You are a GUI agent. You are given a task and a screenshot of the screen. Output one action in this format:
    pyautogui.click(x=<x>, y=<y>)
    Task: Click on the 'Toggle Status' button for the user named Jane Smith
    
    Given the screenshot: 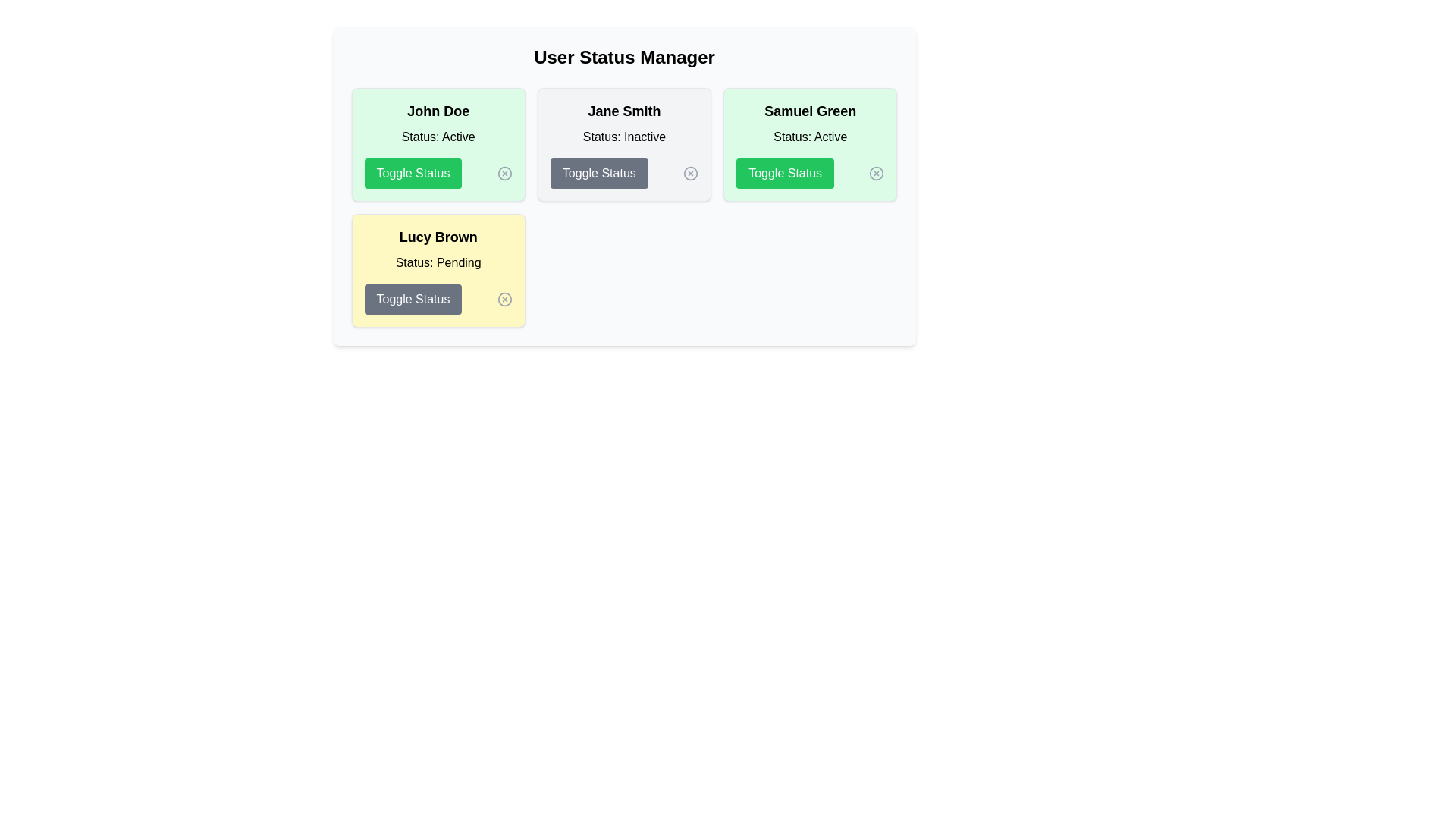 What is the action you would take?
    pyautogui.click(x=598, y=172)
    